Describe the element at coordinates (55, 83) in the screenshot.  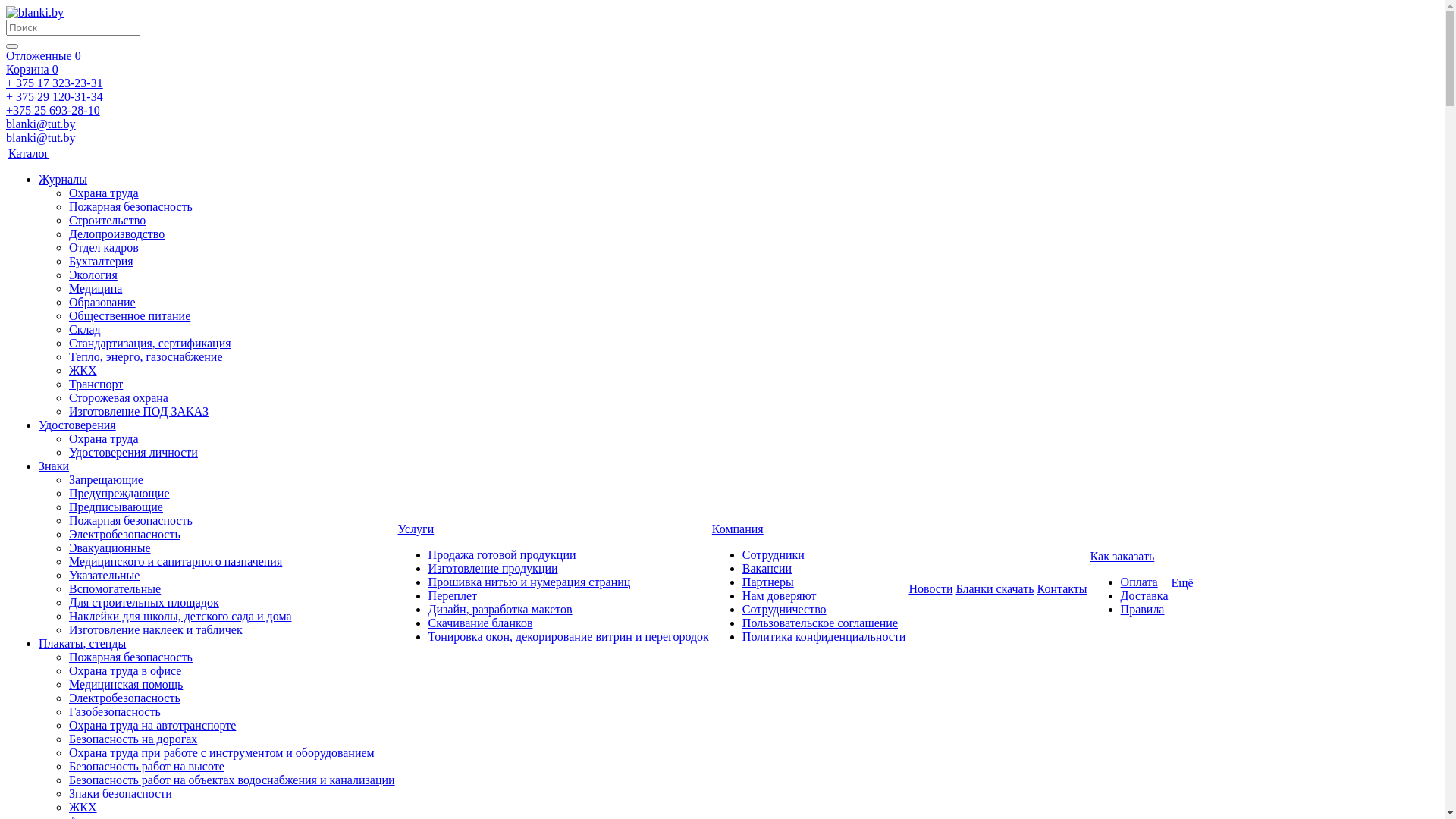
I see `'+ 375 17 323-23-31'` at that location.